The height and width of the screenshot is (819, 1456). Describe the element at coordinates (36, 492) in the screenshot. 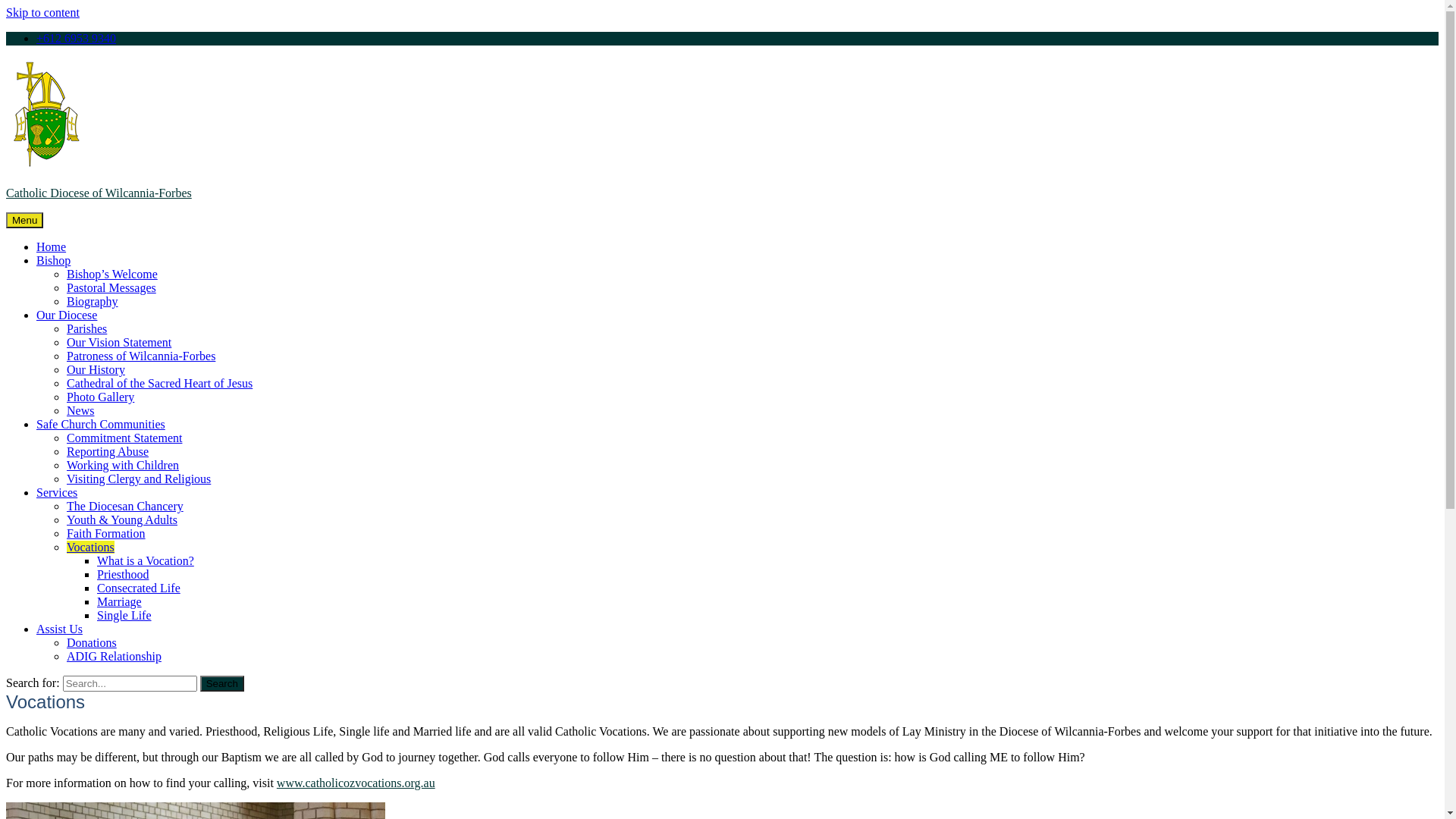

I see `'Services'` at that location.